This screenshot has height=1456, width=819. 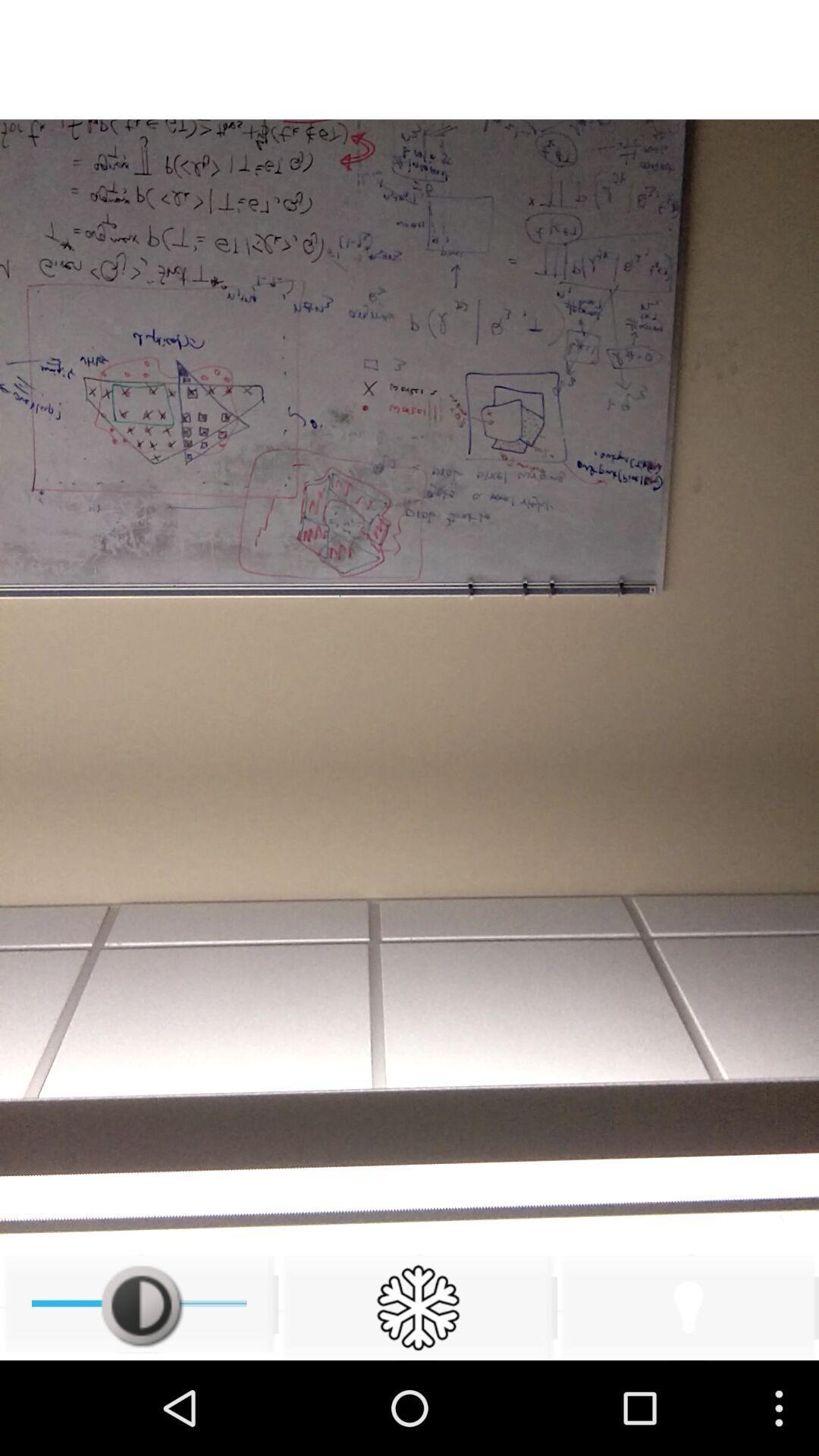 What do you see at coordinates (418, 1398) in the screenshot?
I see `the settings icon` at bounding box center [418, 1398].